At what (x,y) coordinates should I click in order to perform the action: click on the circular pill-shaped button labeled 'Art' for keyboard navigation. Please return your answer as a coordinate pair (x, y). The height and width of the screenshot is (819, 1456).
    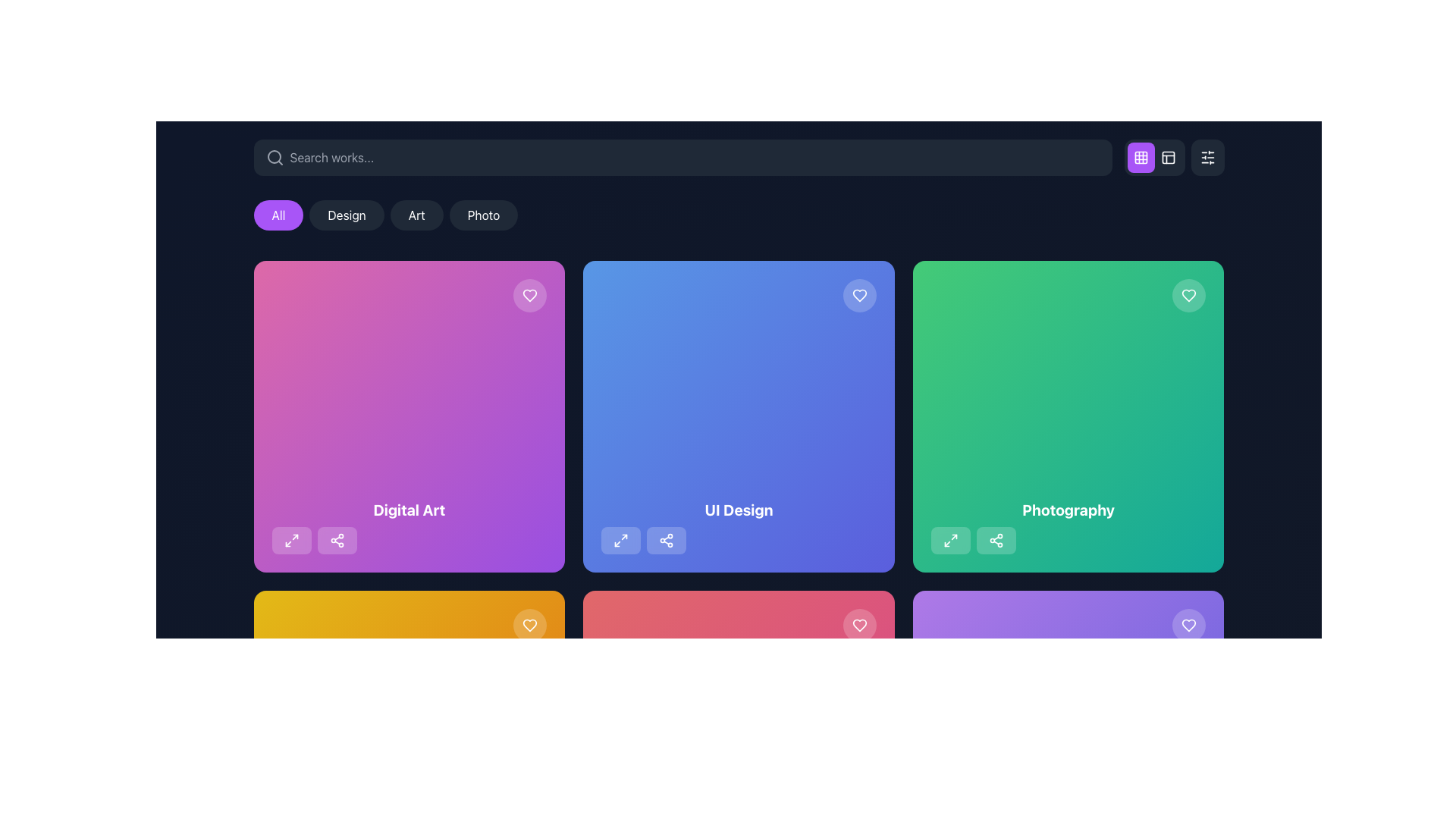
    Looking at the image, I should click on (416, 215).